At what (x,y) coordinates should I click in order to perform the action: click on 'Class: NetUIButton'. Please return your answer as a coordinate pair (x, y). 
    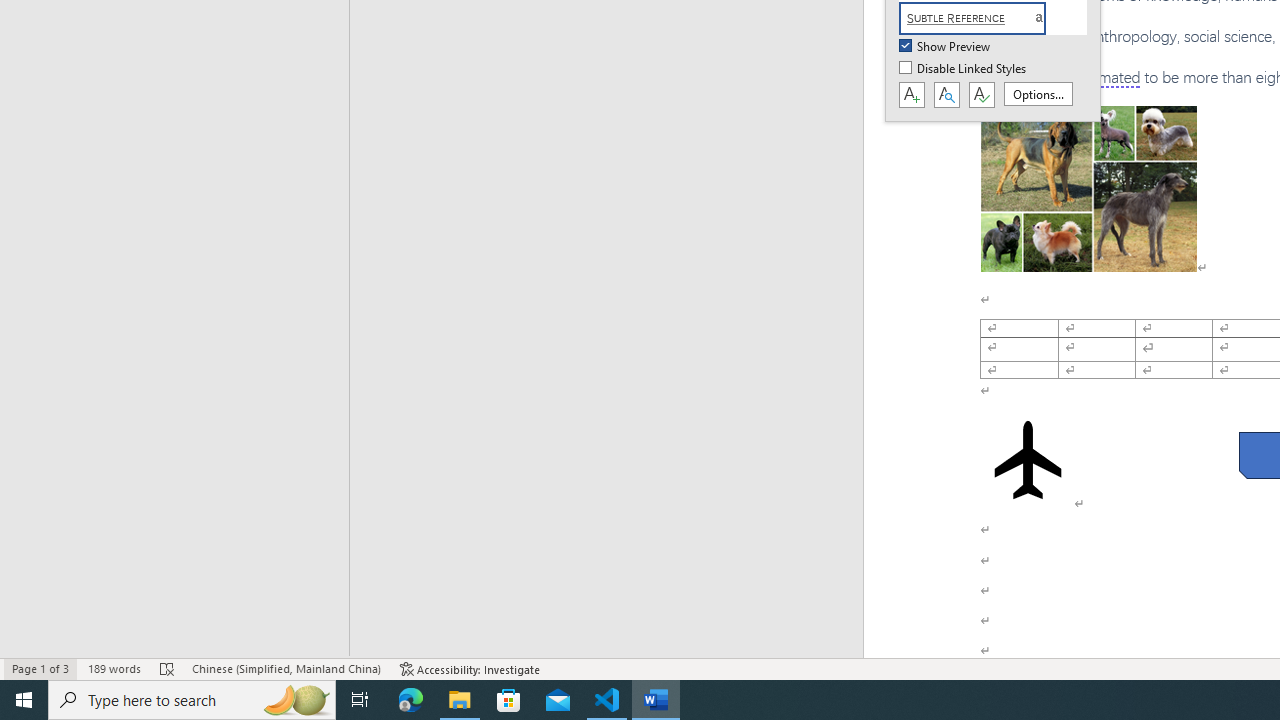
    Looking at the image, I should click on (981, 95).